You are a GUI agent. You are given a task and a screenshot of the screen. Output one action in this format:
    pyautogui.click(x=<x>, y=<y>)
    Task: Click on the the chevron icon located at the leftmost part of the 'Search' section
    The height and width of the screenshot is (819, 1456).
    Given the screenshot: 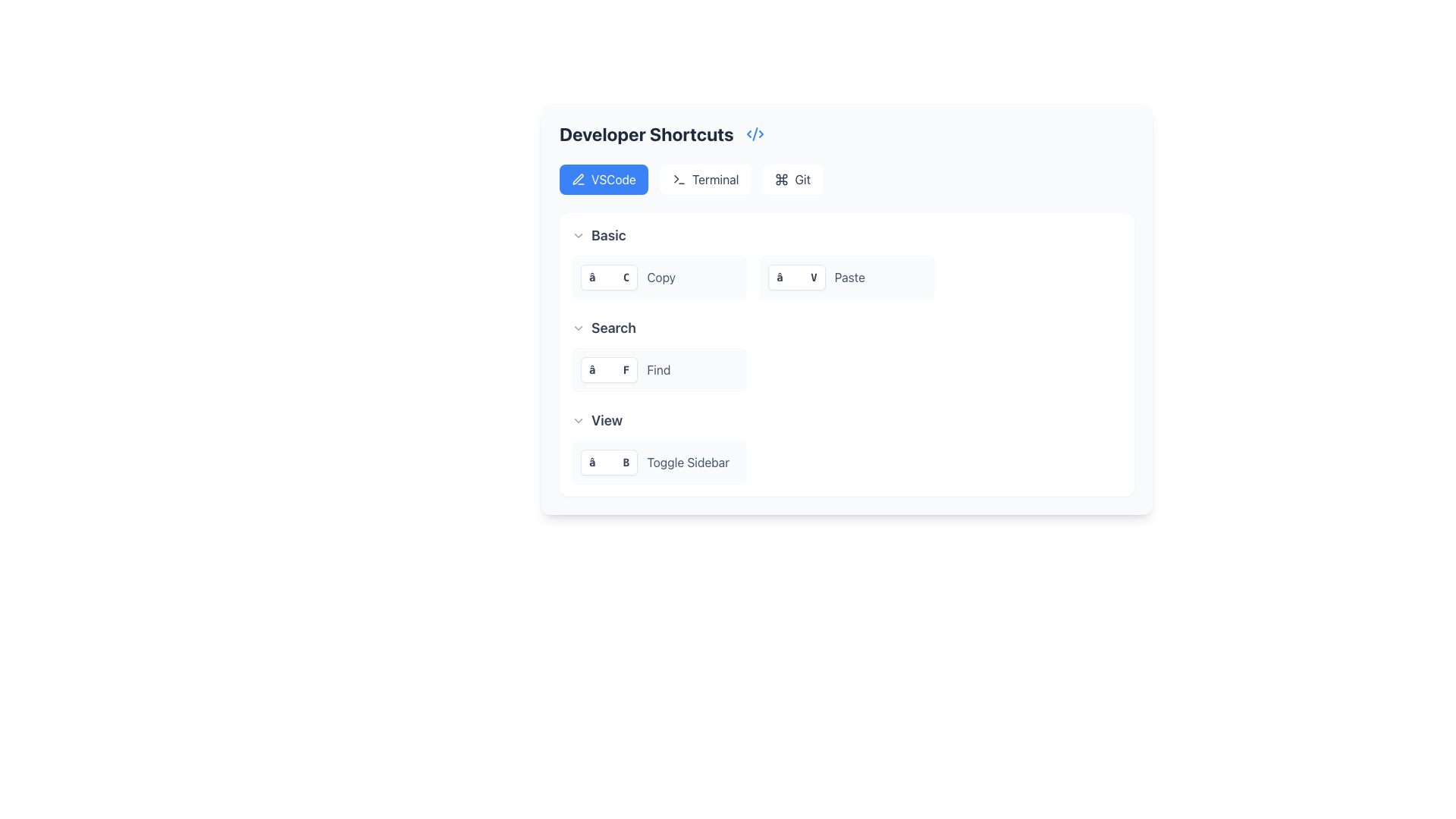 What is the action you would take?
    pyautogui.click(x=578, y=327)
    